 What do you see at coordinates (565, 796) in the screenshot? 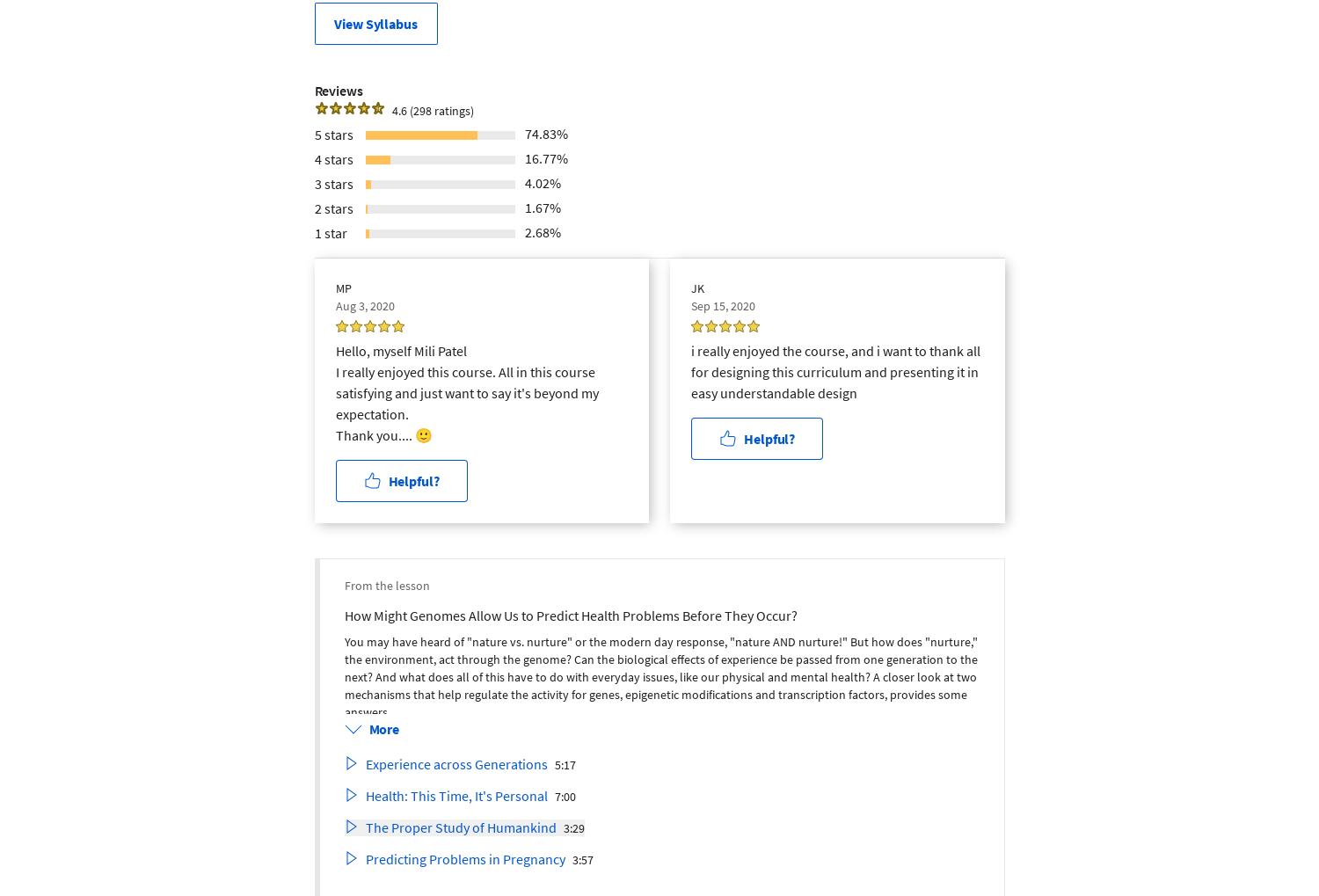
I see `'7:00'` at bounding box center [565, 796].